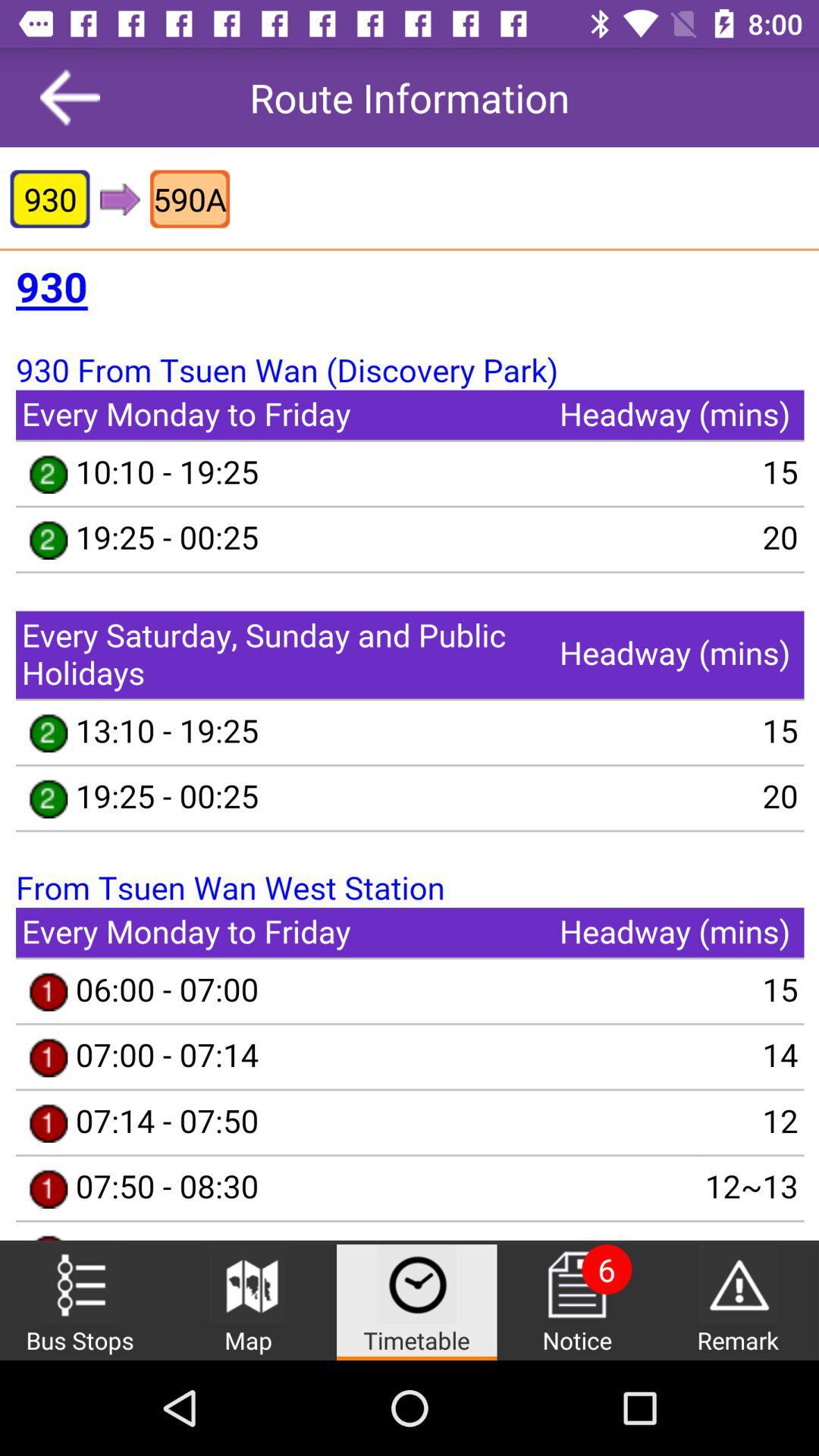  I want to click on the arrow_backward icon, so click(70, 96).